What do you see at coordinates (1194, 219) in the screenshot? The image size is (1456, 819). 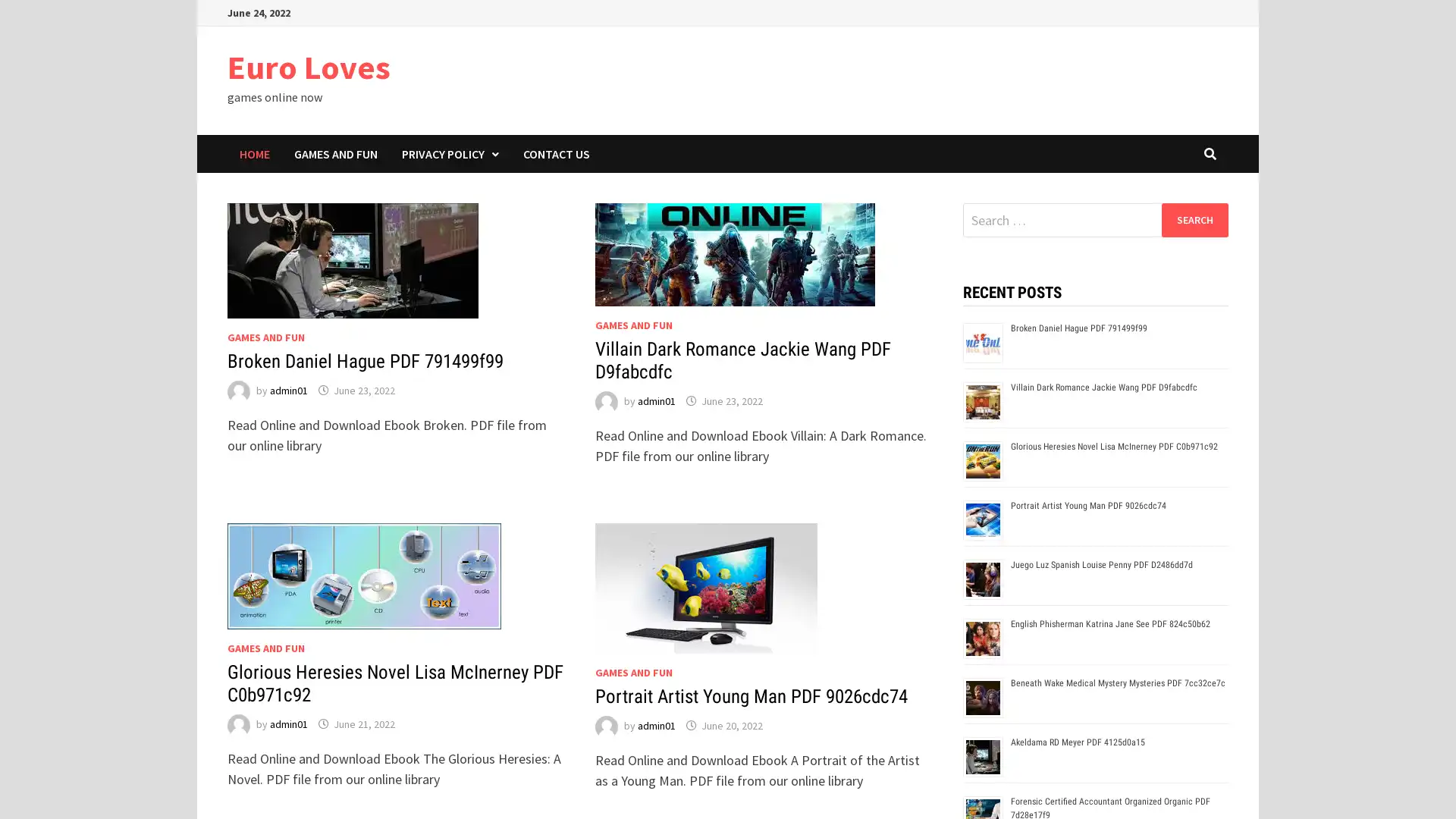 I see `Search` at bounding box center [1194, 219].